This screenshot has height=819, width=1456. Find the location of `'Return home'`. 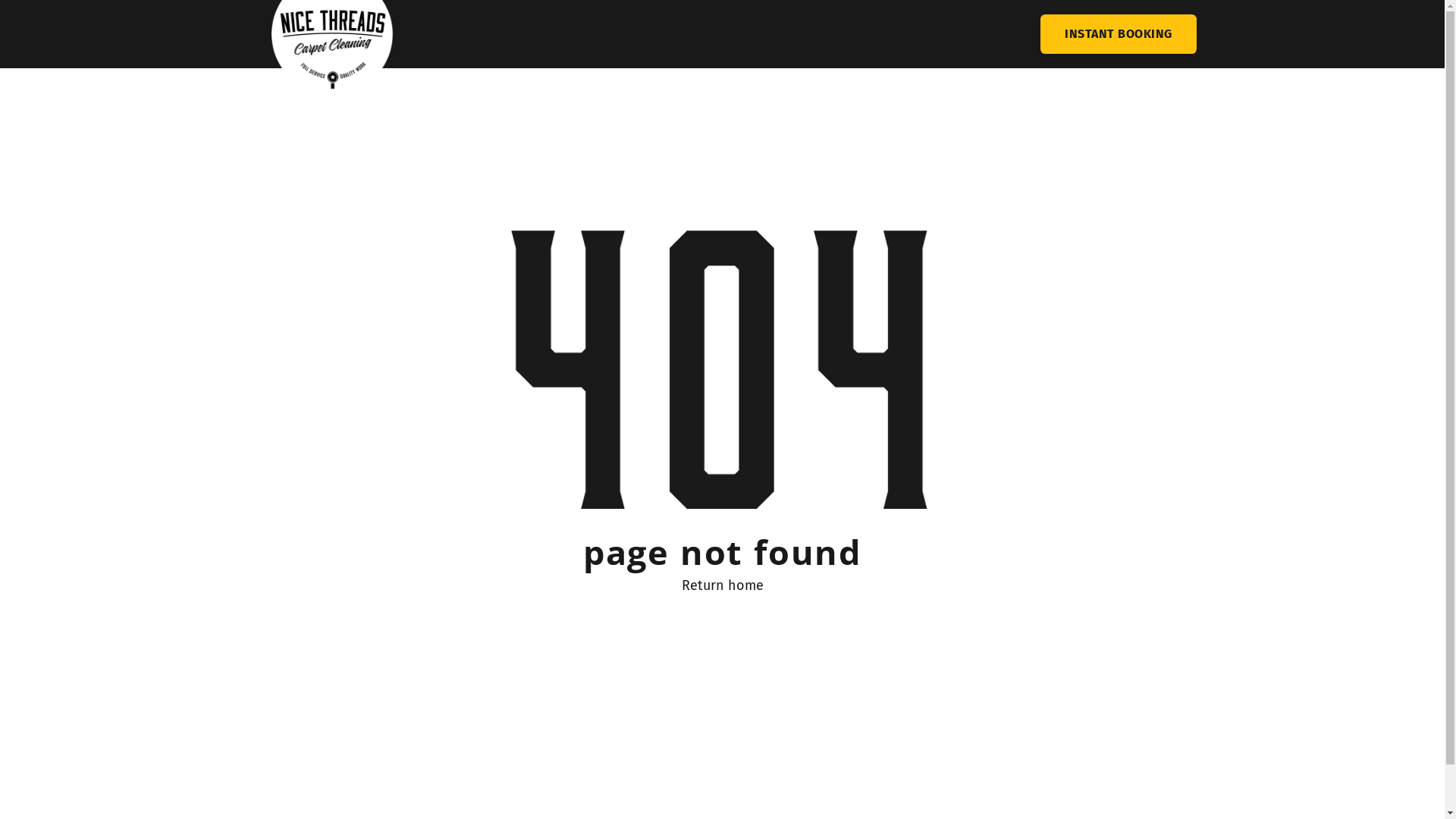

'Return home' is located at coordinates (720, 584).